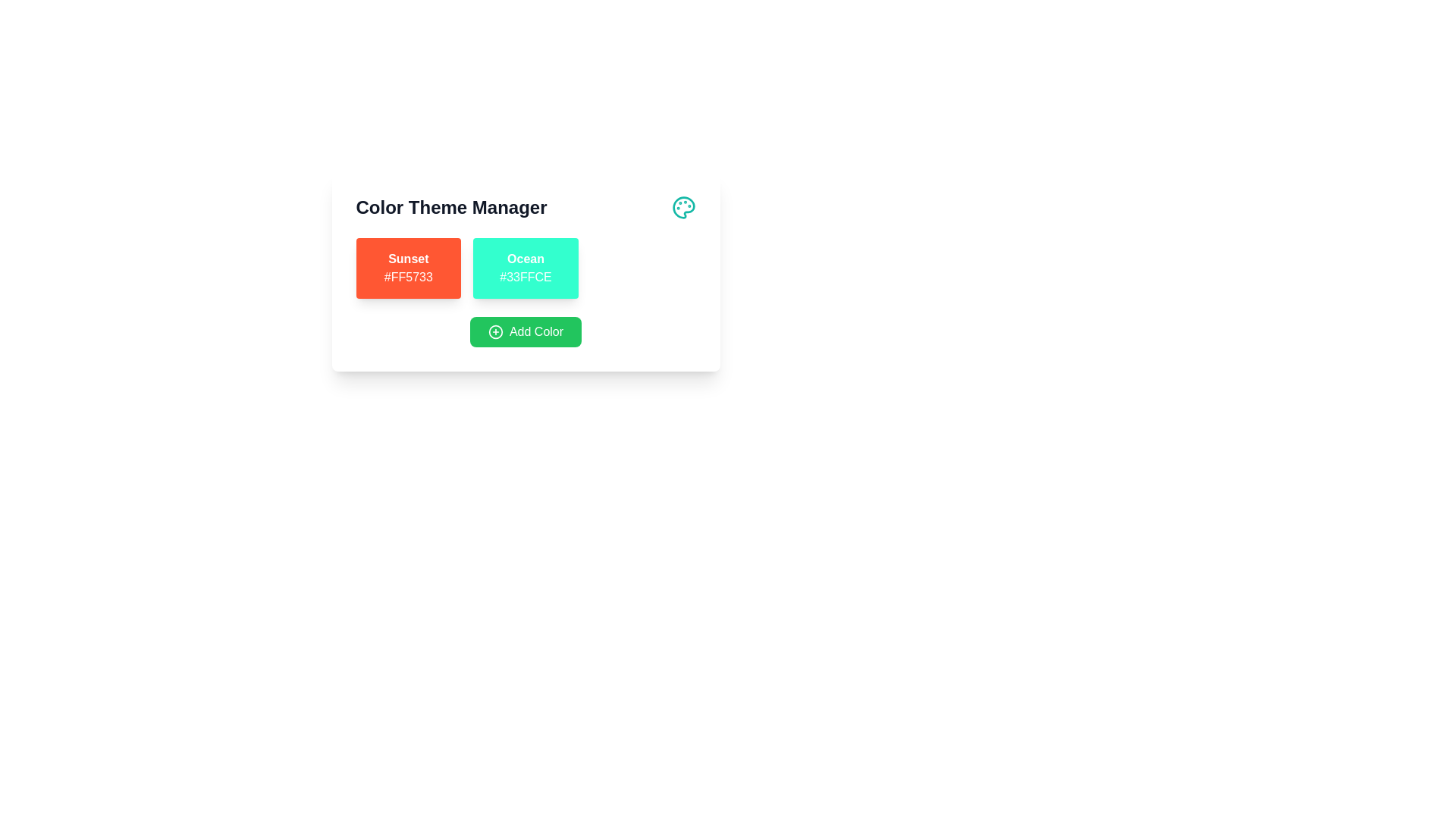 The width and height of the screenshot is (1456, 819). Describe the element at coordinates (526, 331) in the screenshot. I see `the 'Add Color' button with a bright green background located at the bottom of the 'Color Theme Manager' section` at that location.